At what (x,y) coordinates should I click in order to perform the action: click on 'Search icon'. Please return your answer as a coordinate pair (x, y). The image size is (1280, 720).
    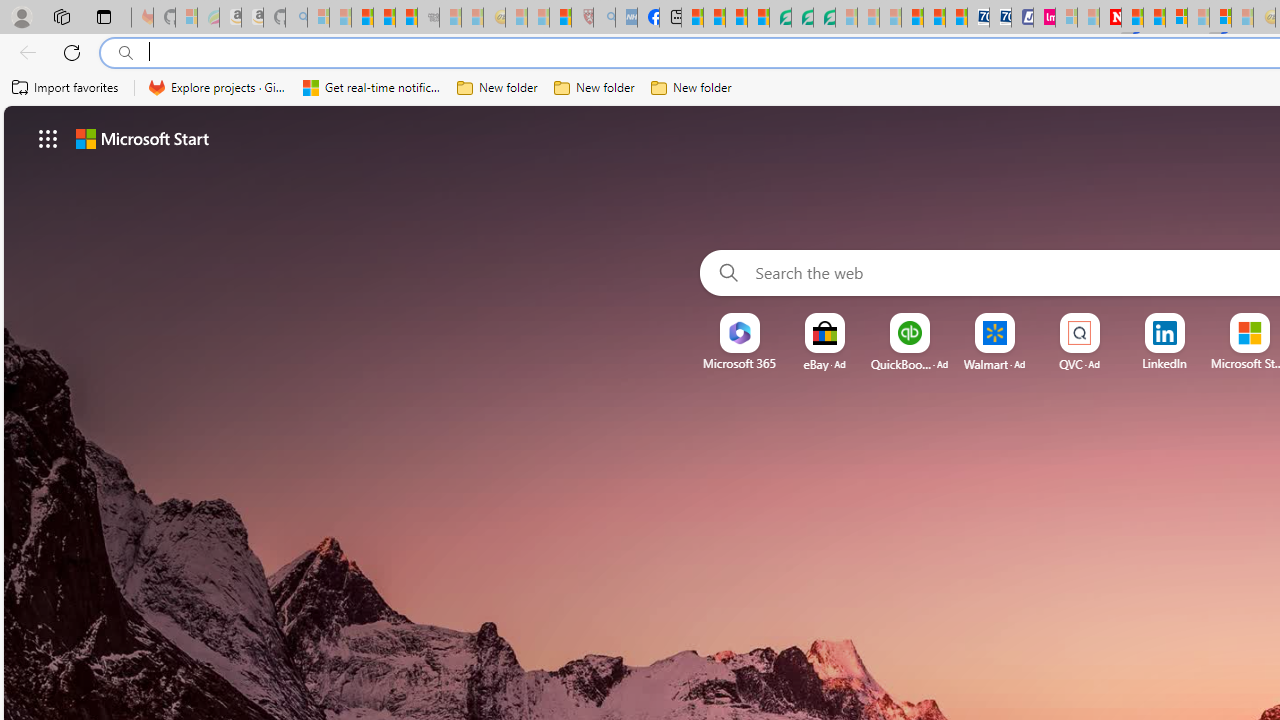
    Looking at the image, I should click on (125, 52).